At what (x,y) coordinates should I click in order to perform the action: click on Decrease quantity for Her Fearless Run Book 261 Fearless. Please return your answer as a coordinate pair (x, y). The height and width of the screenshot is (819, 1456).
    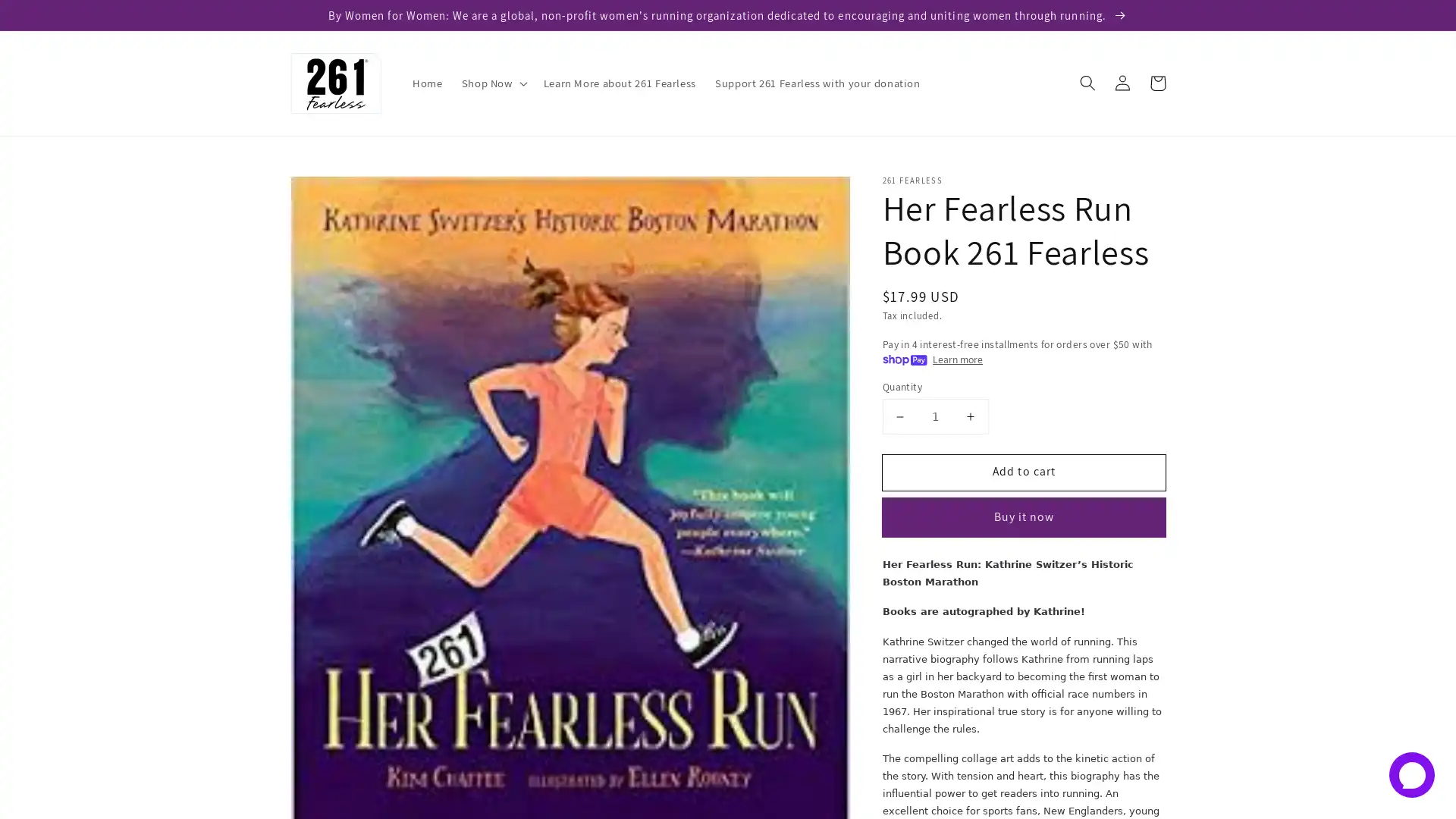
    Looking at the image, I should click on (899, 416).